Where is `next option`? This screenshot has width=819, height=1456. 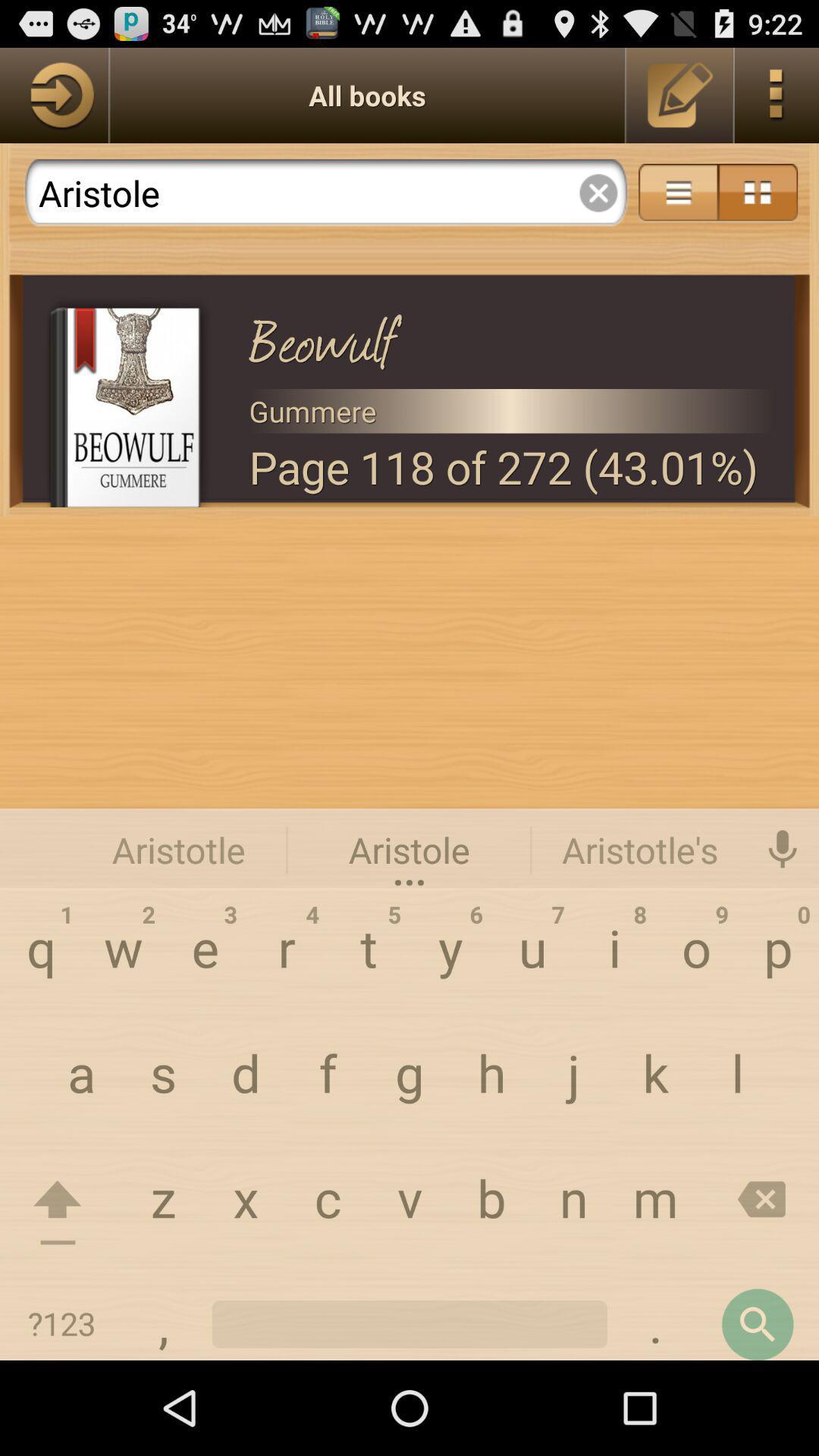
next option is located at coordinates (53, 94).